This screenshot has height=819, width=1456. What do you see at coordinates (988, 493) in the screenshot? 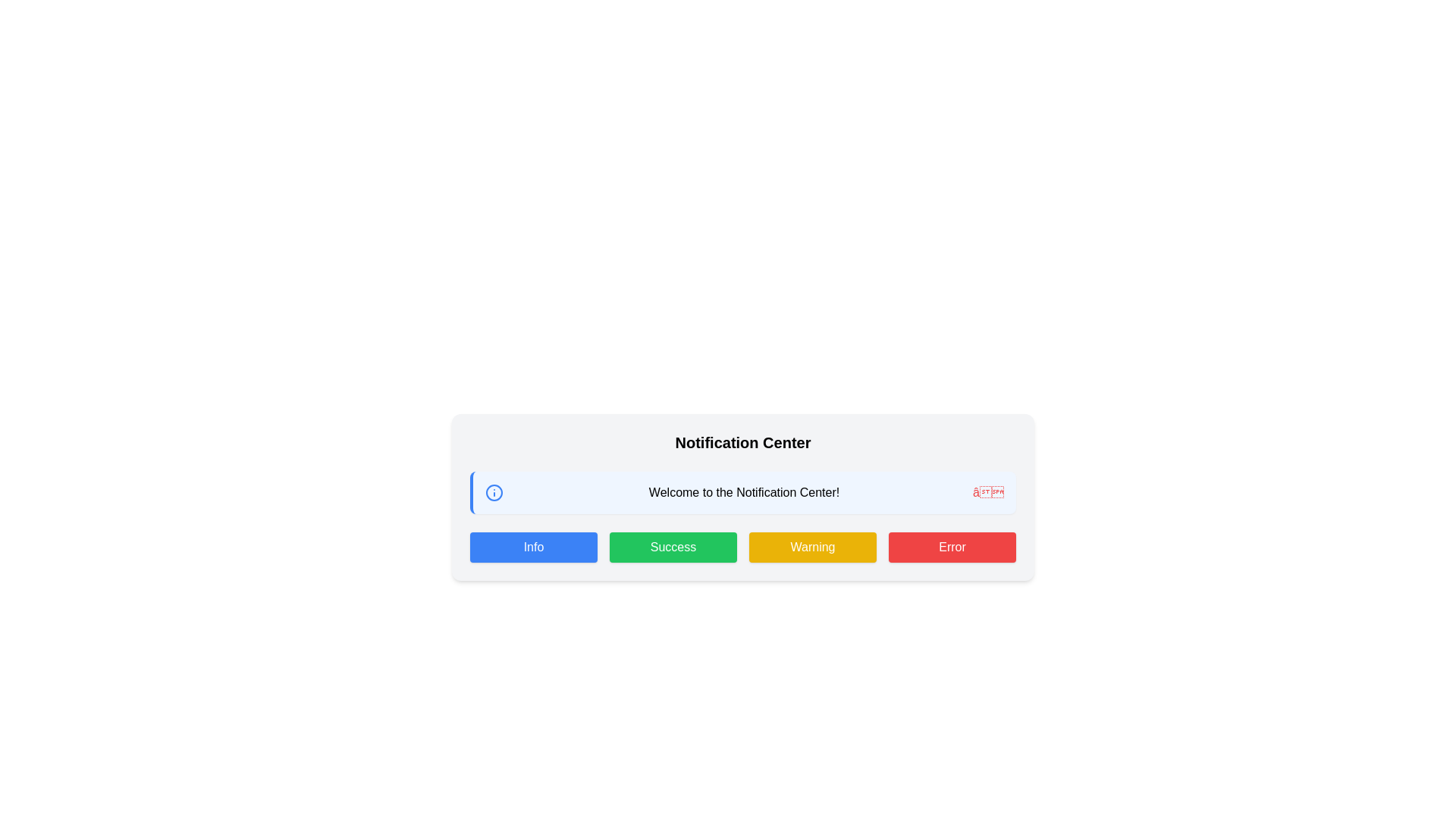
I see `the small red button with an 'X' symbol on the right end of the notification panel` at bounding box center [988, 493].